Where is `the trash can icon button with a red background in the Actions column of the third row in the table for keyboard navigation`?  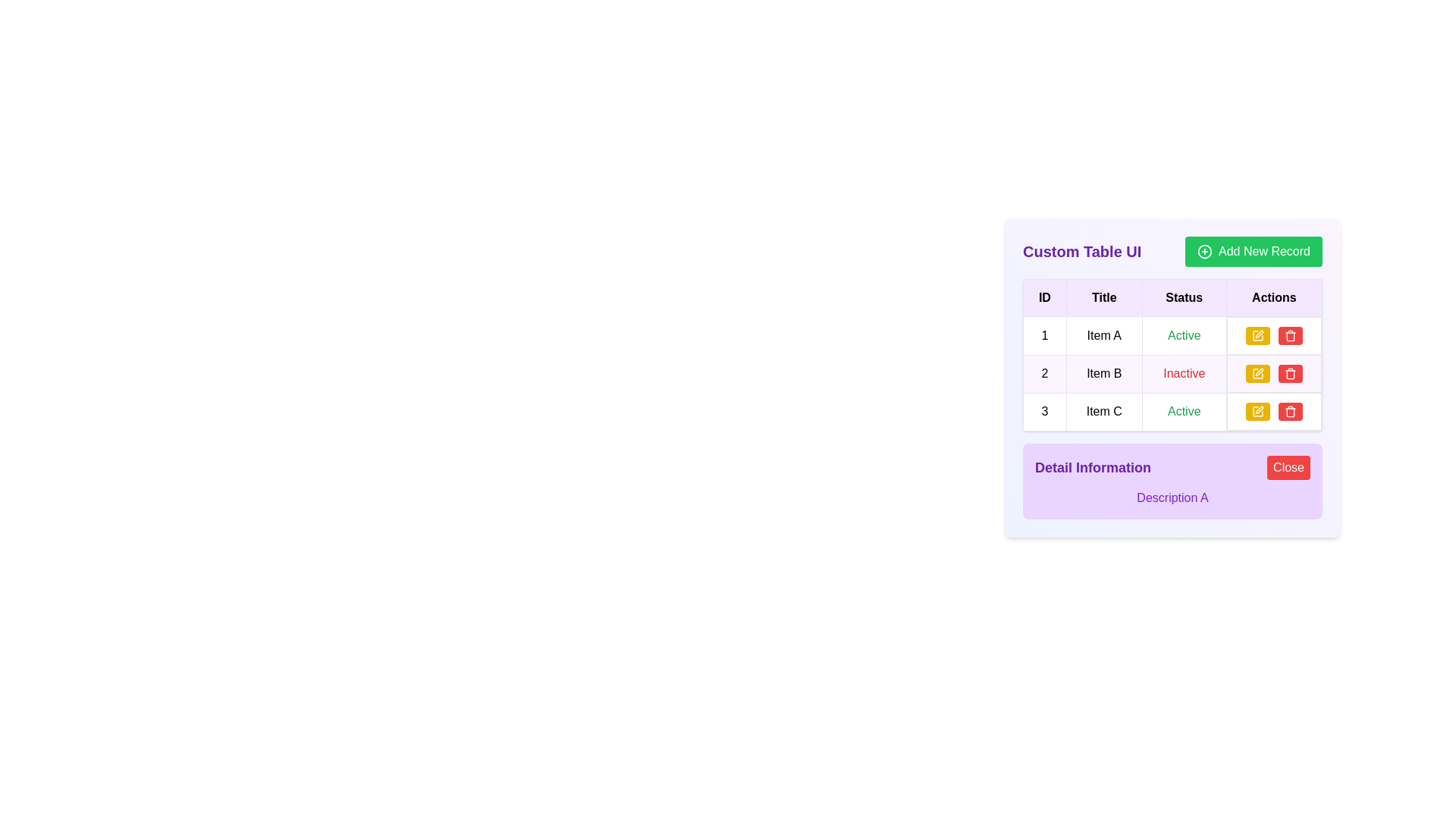 the trash can icon button with a red background in the Actions column of the third row in the table for keyboard navigation is located at coordinates (1290, 335).